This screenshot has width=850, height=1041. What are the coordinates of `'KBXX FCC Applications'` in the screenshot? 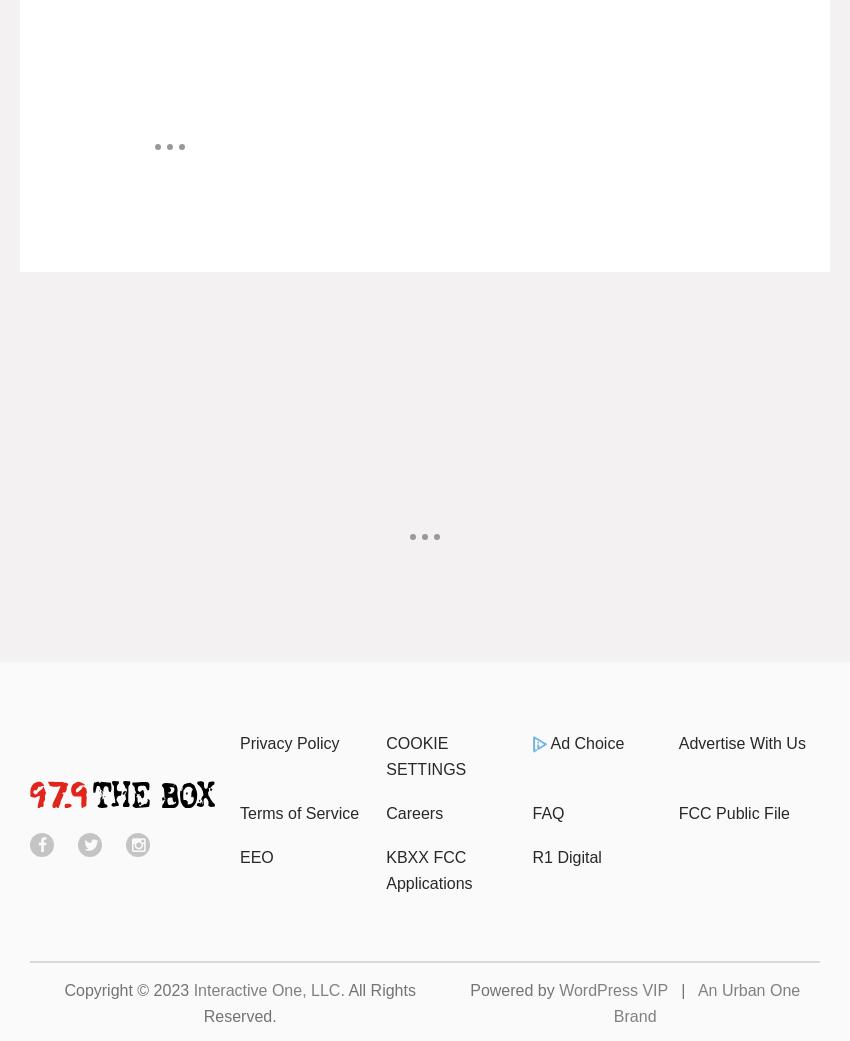 It's located at (427, 868).